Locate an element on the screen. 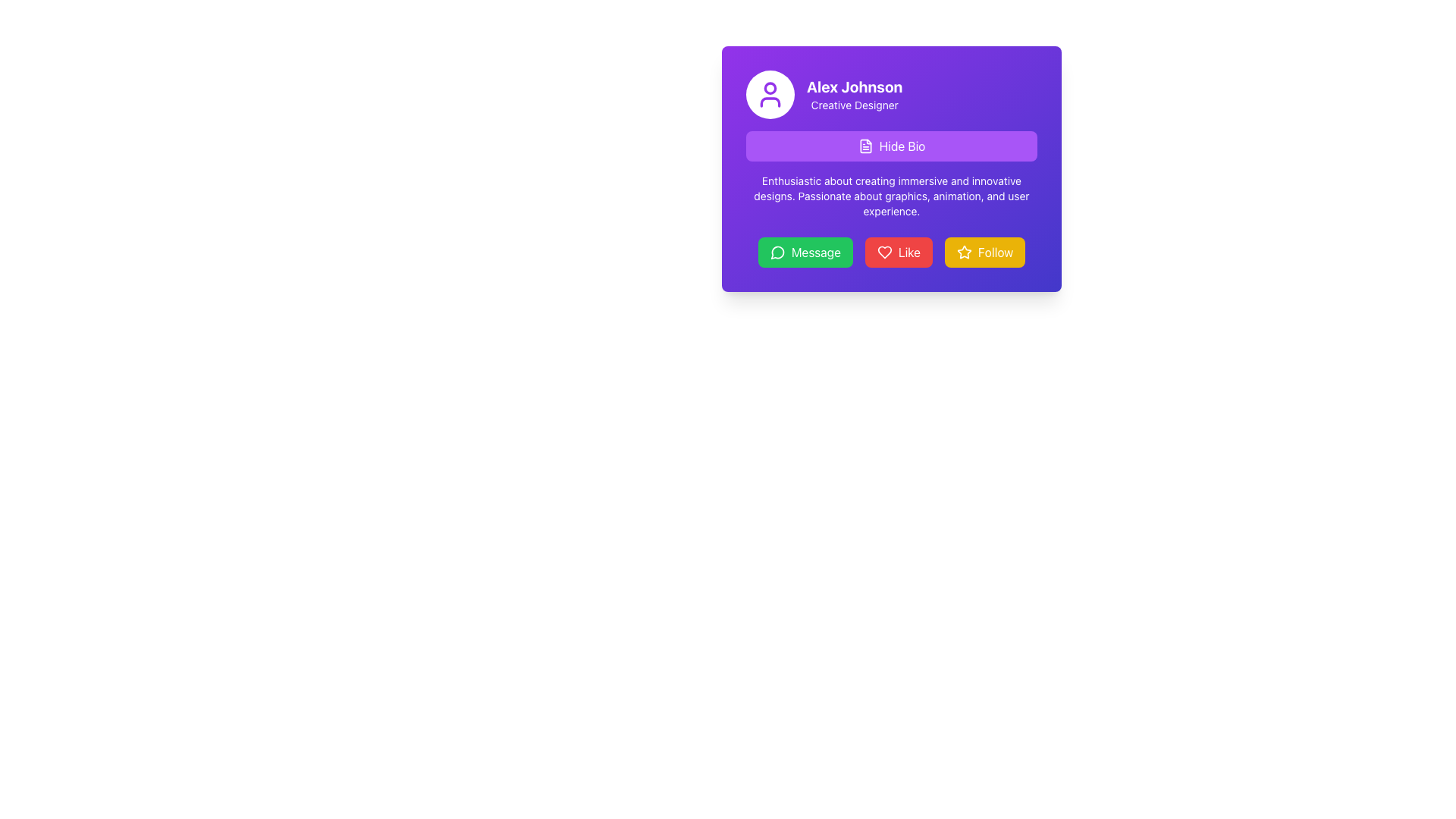  text label 'Message' which is styled in white font and located inside a green rectangular button at the bottom-left corner of the card component is located at coordinates (815, 251).